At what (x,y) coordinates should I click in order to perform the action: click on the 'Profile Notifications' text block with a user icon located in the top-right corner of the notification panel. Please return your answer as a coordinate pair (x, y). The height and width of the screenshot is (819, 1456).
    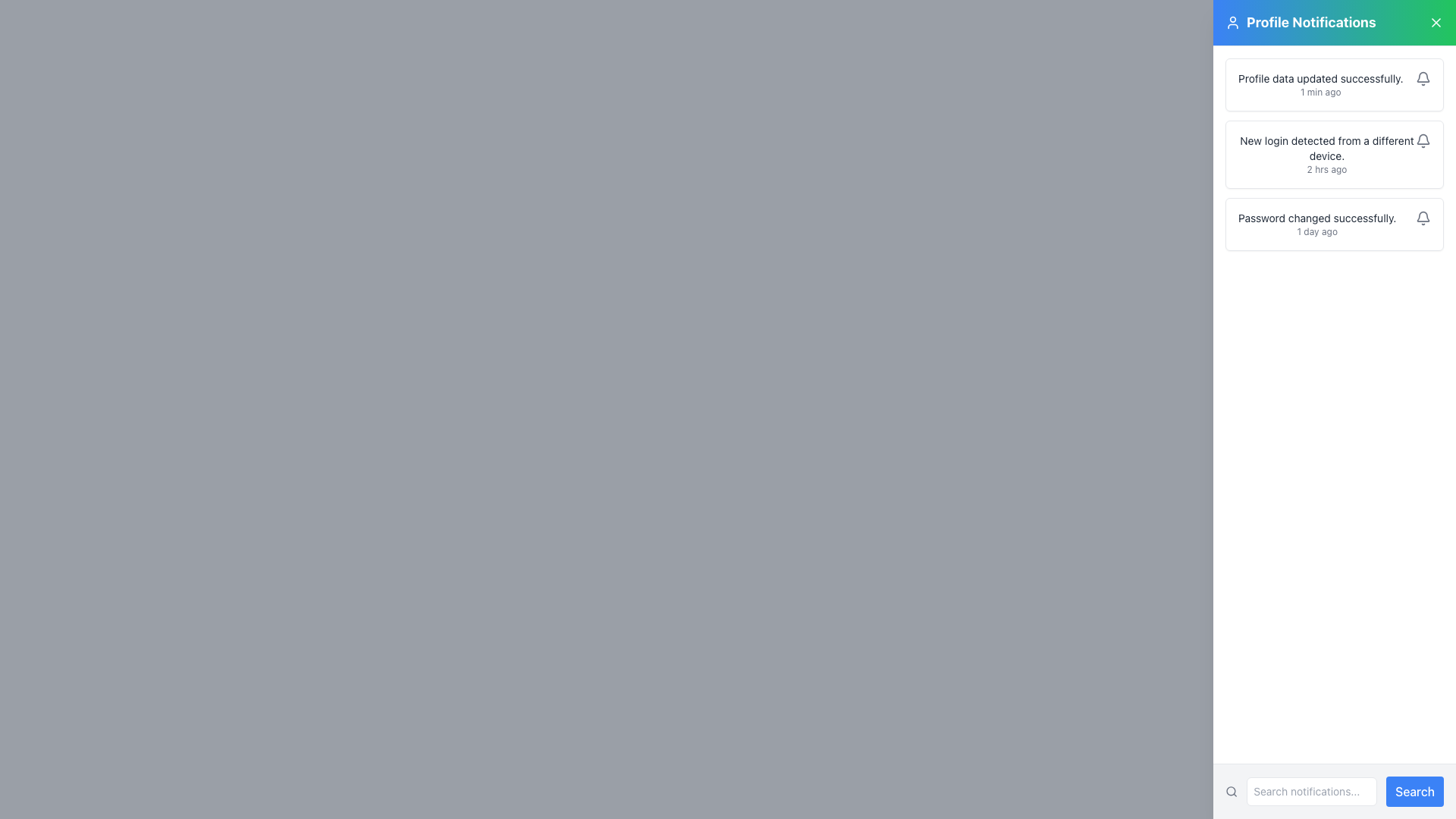
    Looking at the image, I should click on (1300, 23).